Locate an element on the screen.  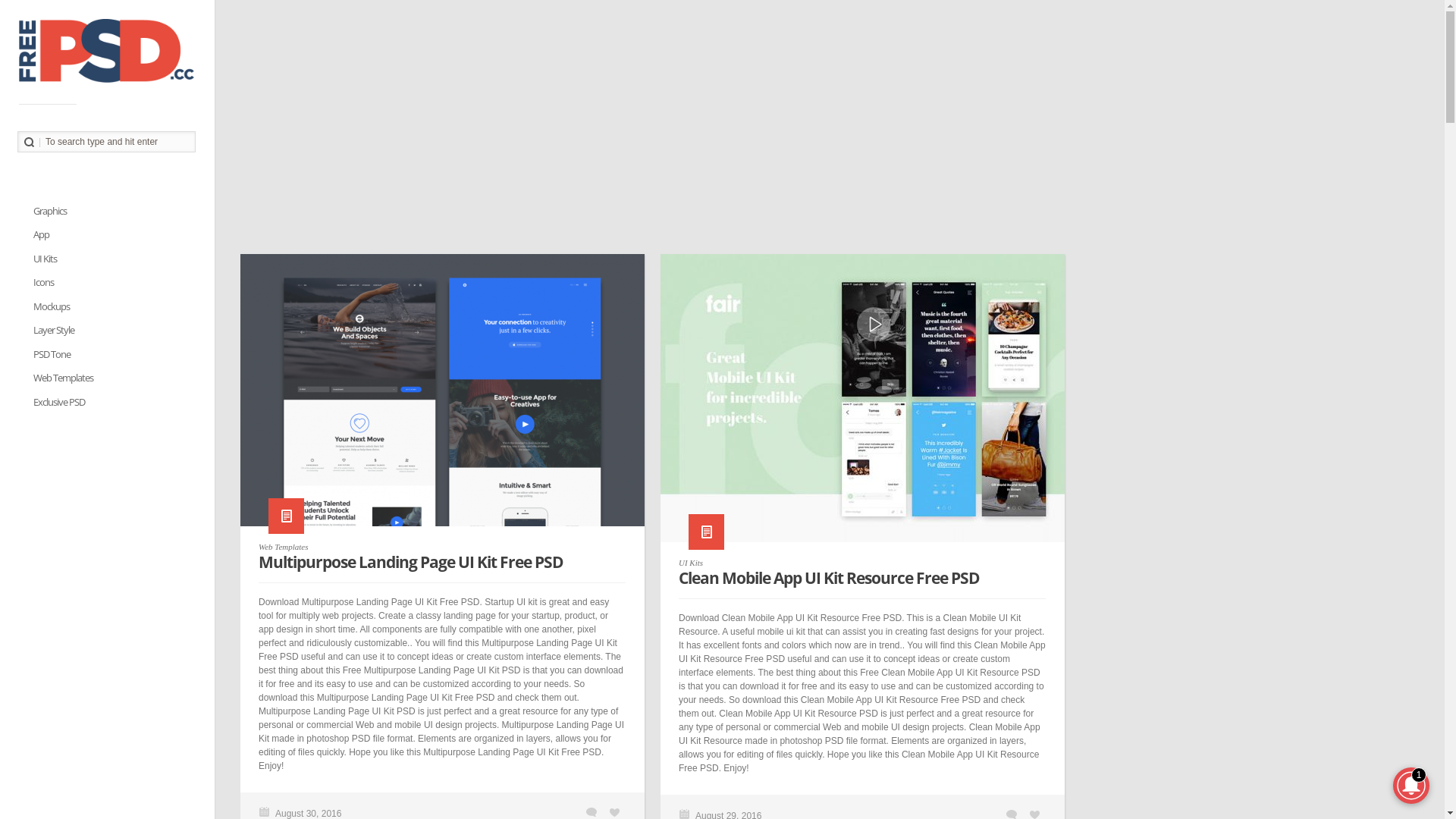
'Layer Style' is located at coordinates (54, 329).